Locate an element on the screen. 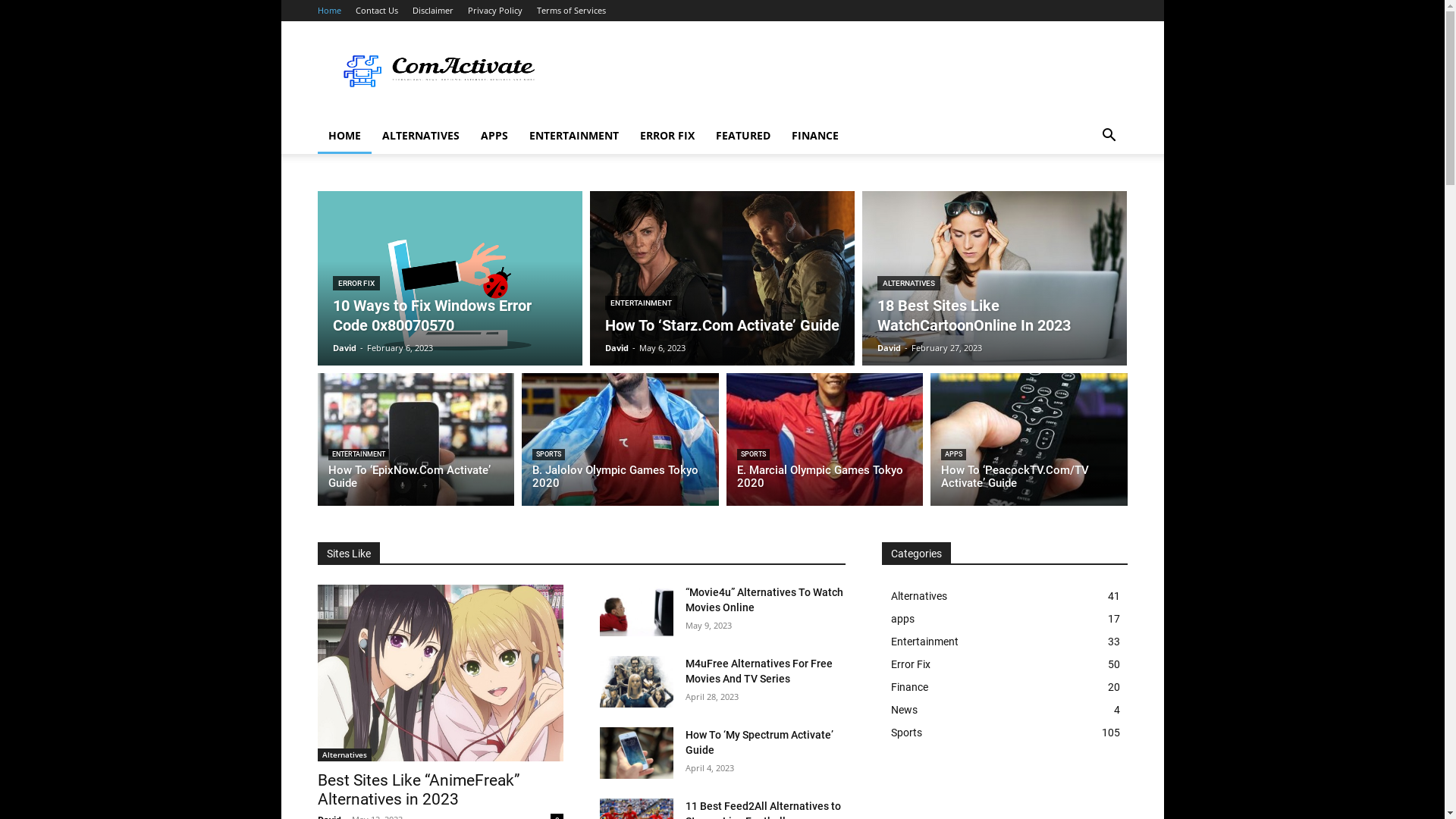 The width and height of the screenshot is (1456, 819). 'Home' is located at coordinates (328, 10).